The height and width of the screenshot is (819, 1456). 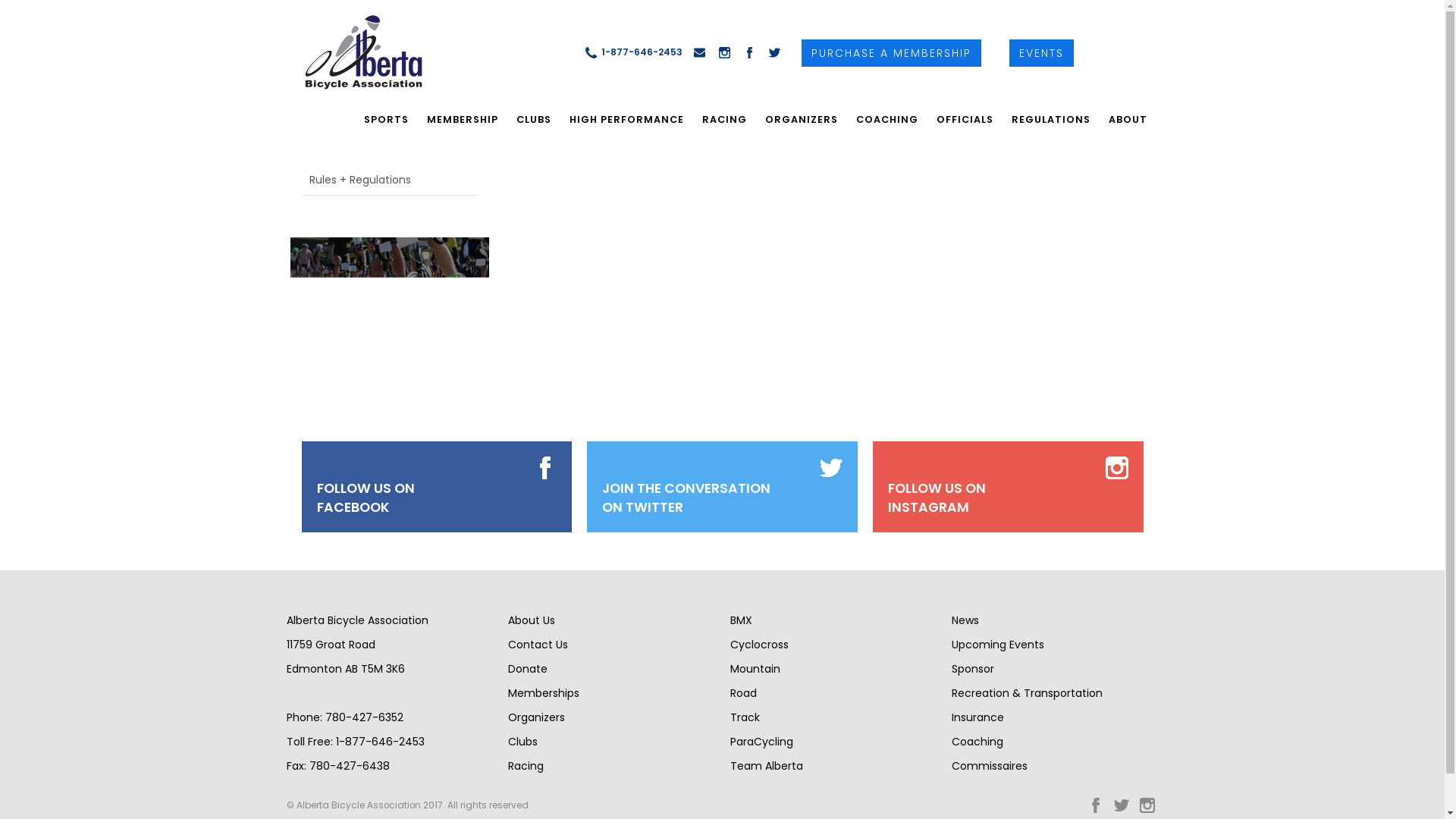 I want to click on 'Insurance', so click(x=977, y=717).